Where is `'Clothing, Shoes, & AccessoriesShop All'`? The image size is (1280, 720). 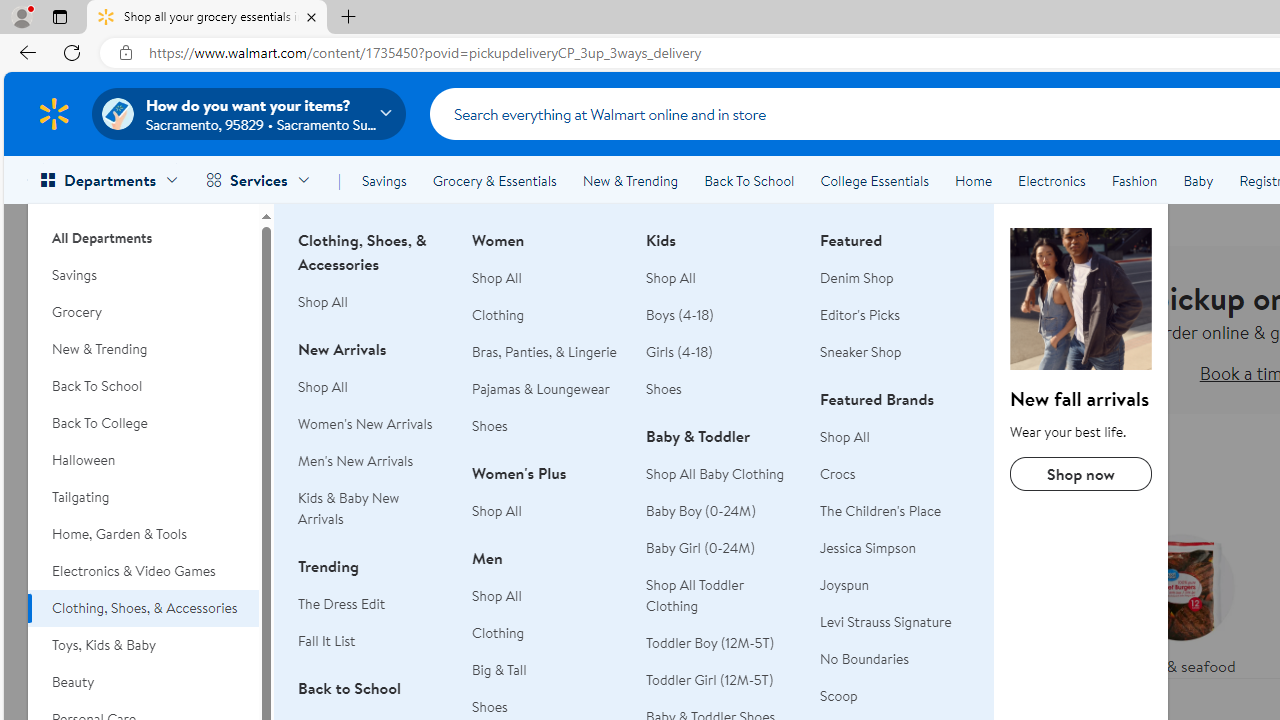
'Clothing, Shoes, & AccessoriesShop All' is located at coordinates (373, 282).